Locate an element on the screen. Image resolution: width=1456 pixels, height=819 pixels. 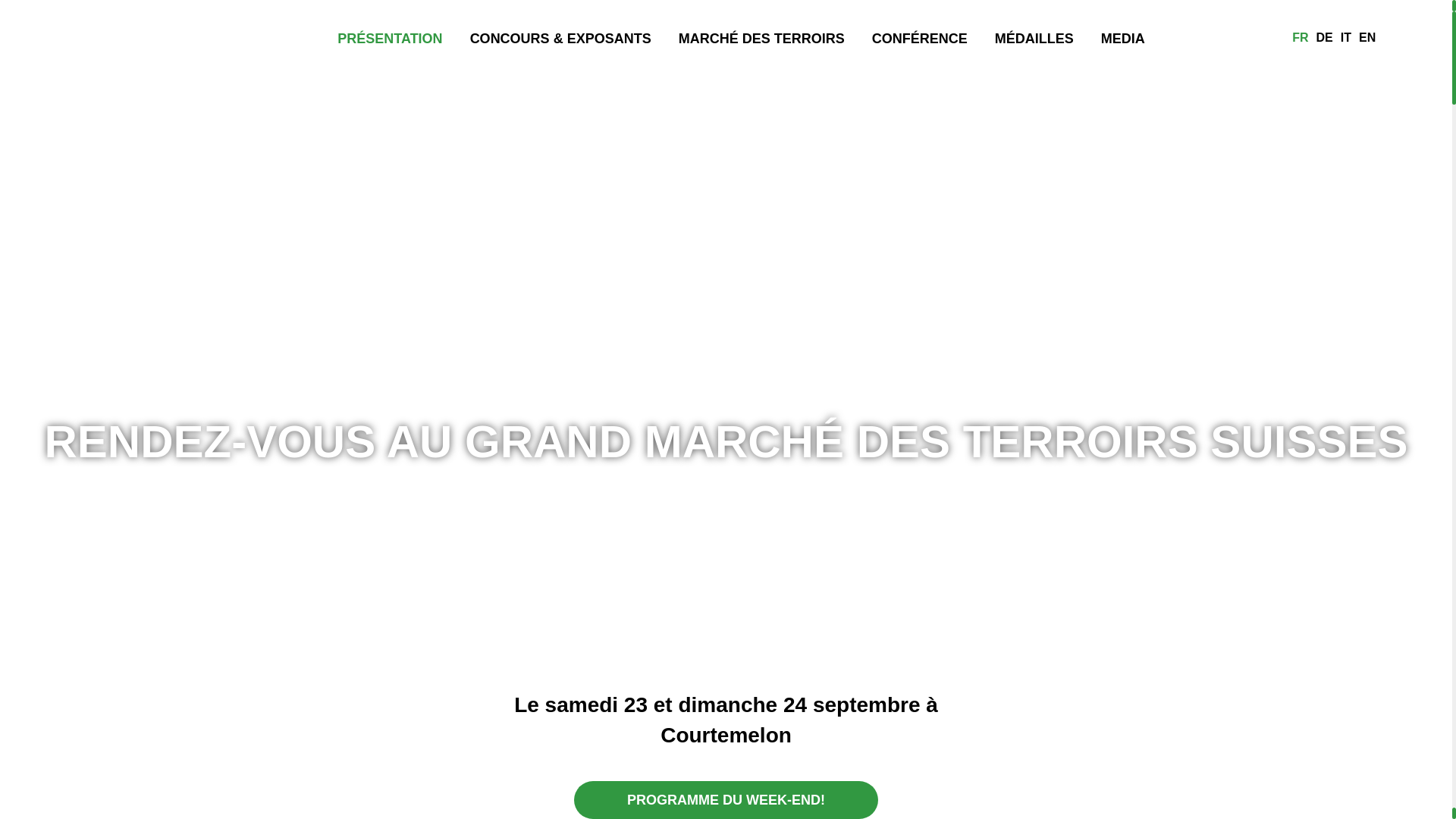
'CONCOURS & EXPOSANTS' is located at coordinates (560, 36).